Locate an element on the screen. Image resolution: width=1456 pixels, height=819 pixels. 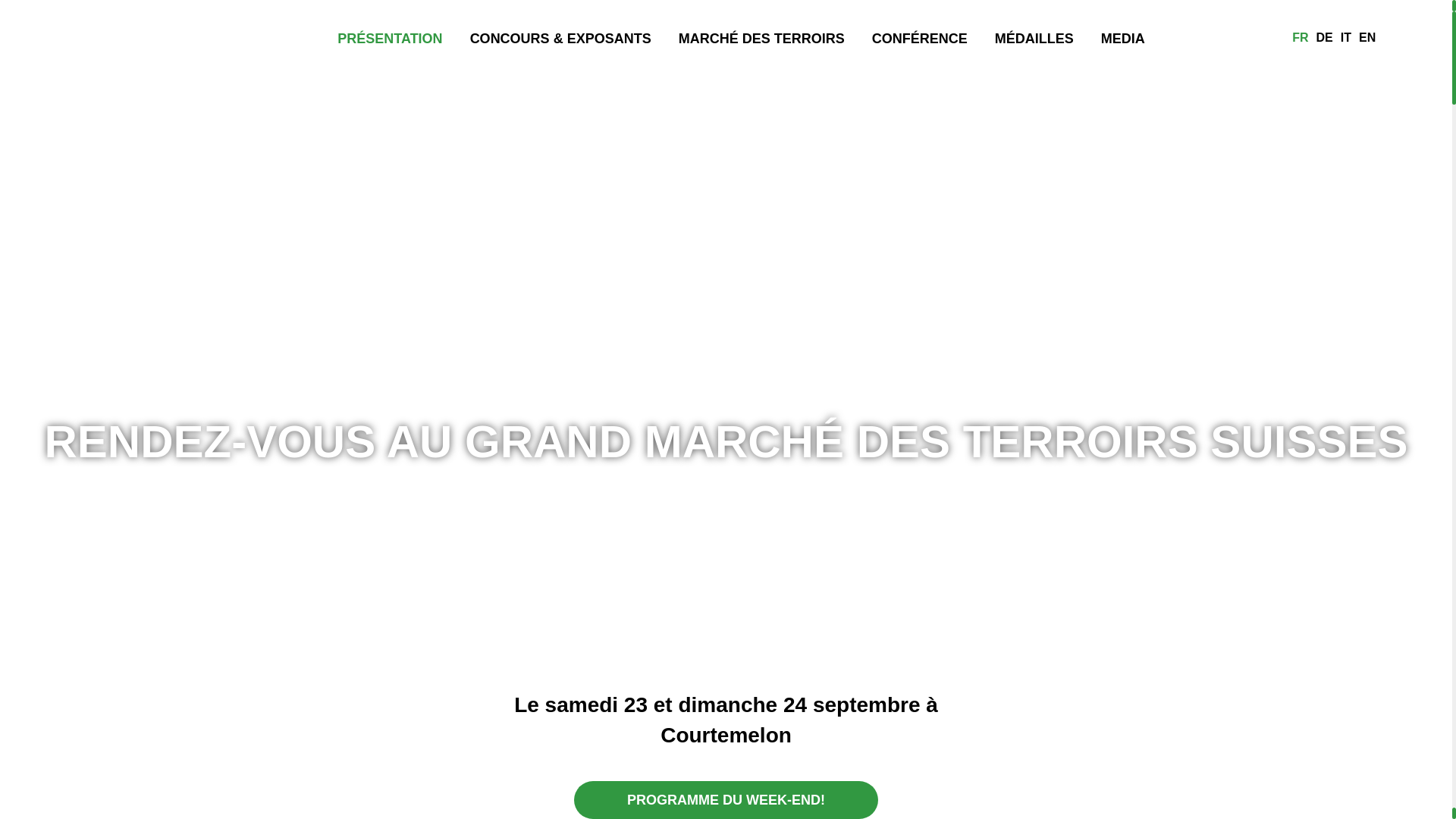
'CONCOURS & EXPOSANTS' is located at coordinates (560, 36).